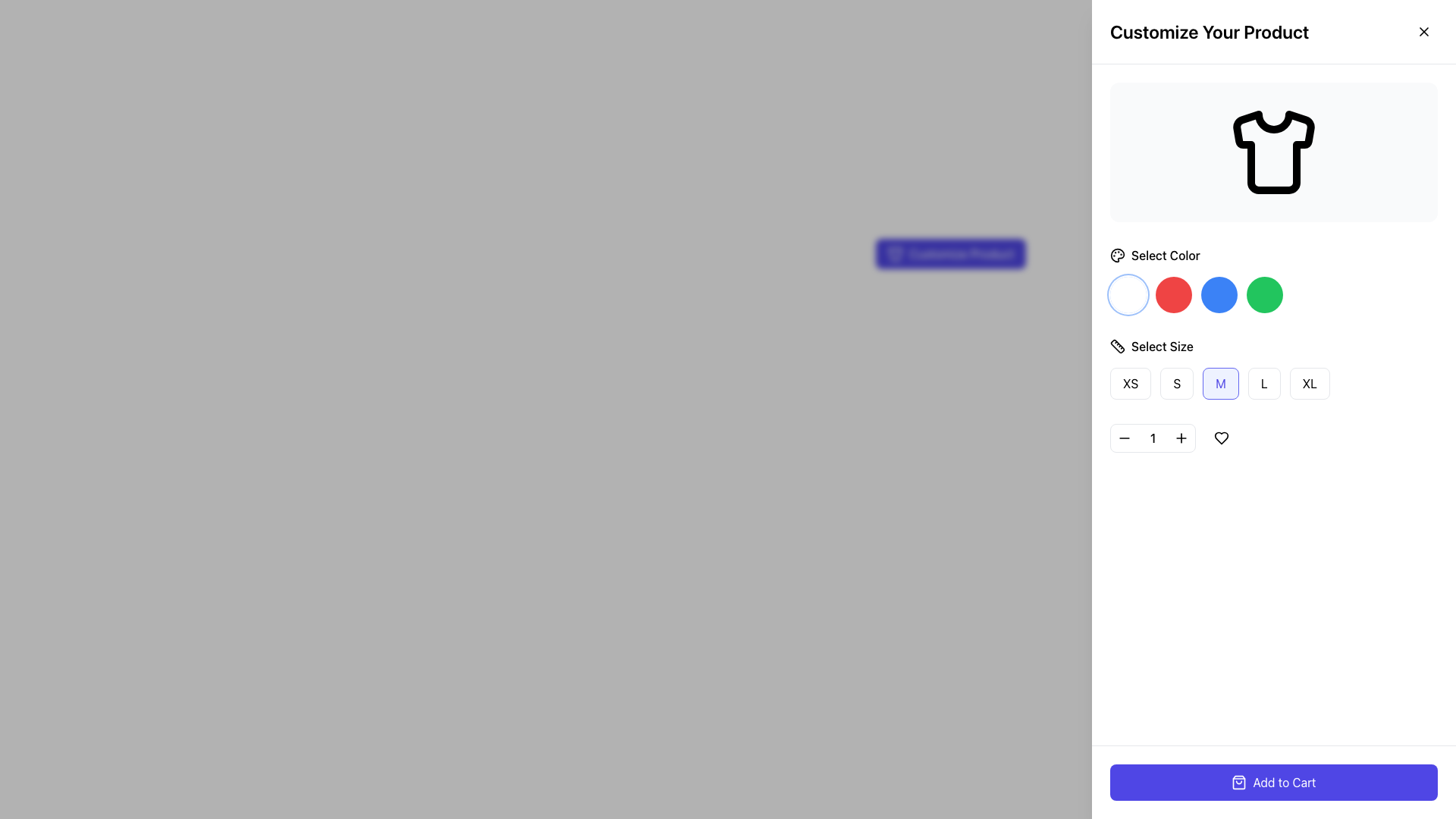  I want to click on the text label that describes the size selection section, located on the right pane, below the color selection section, and above the size options 'XS', 'S', 'M', 'L', and 'XL', so click(1161, 346).